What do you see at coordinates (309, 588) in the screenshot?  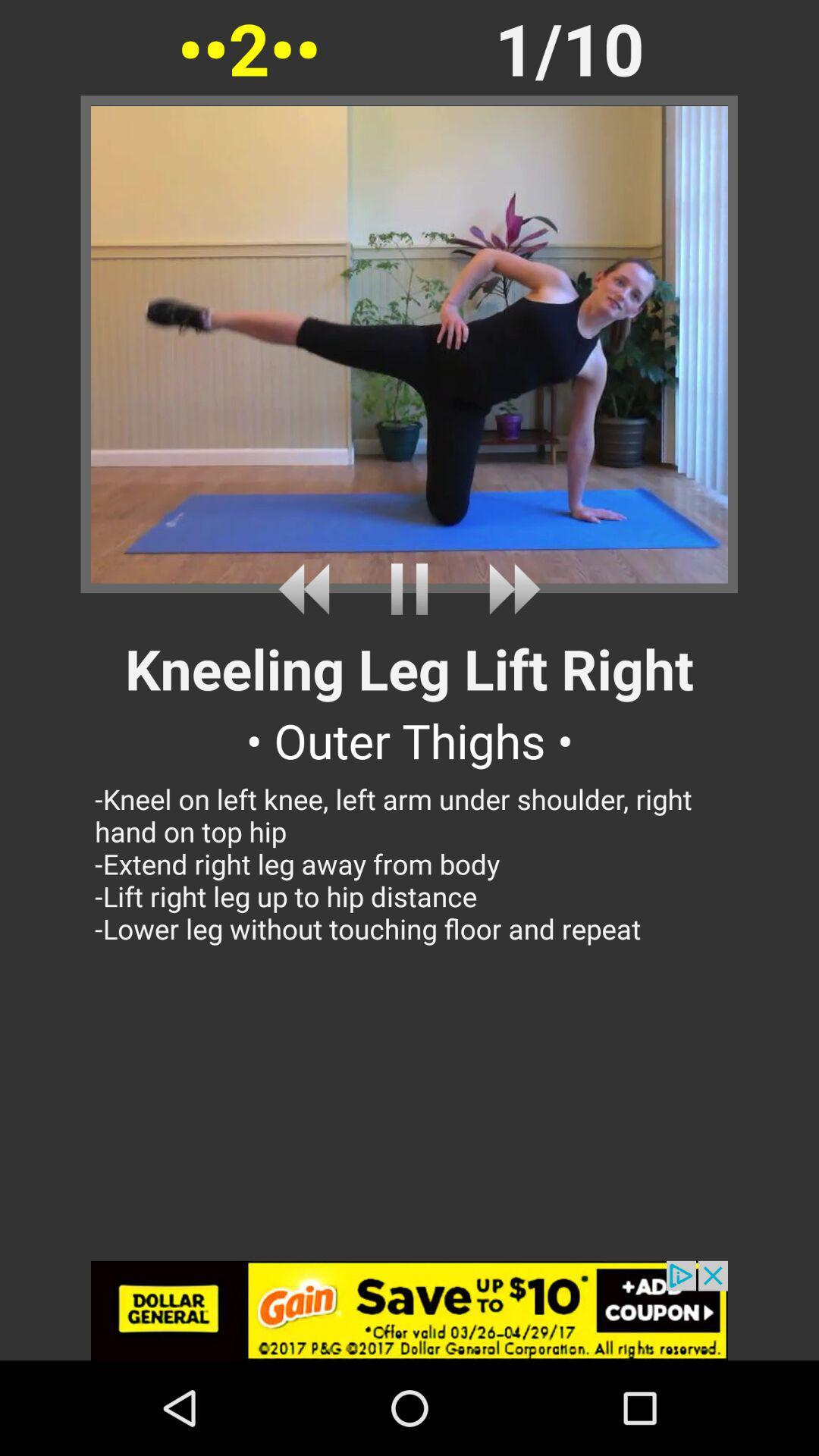 I see `previous` at bounding box center [309, 588].